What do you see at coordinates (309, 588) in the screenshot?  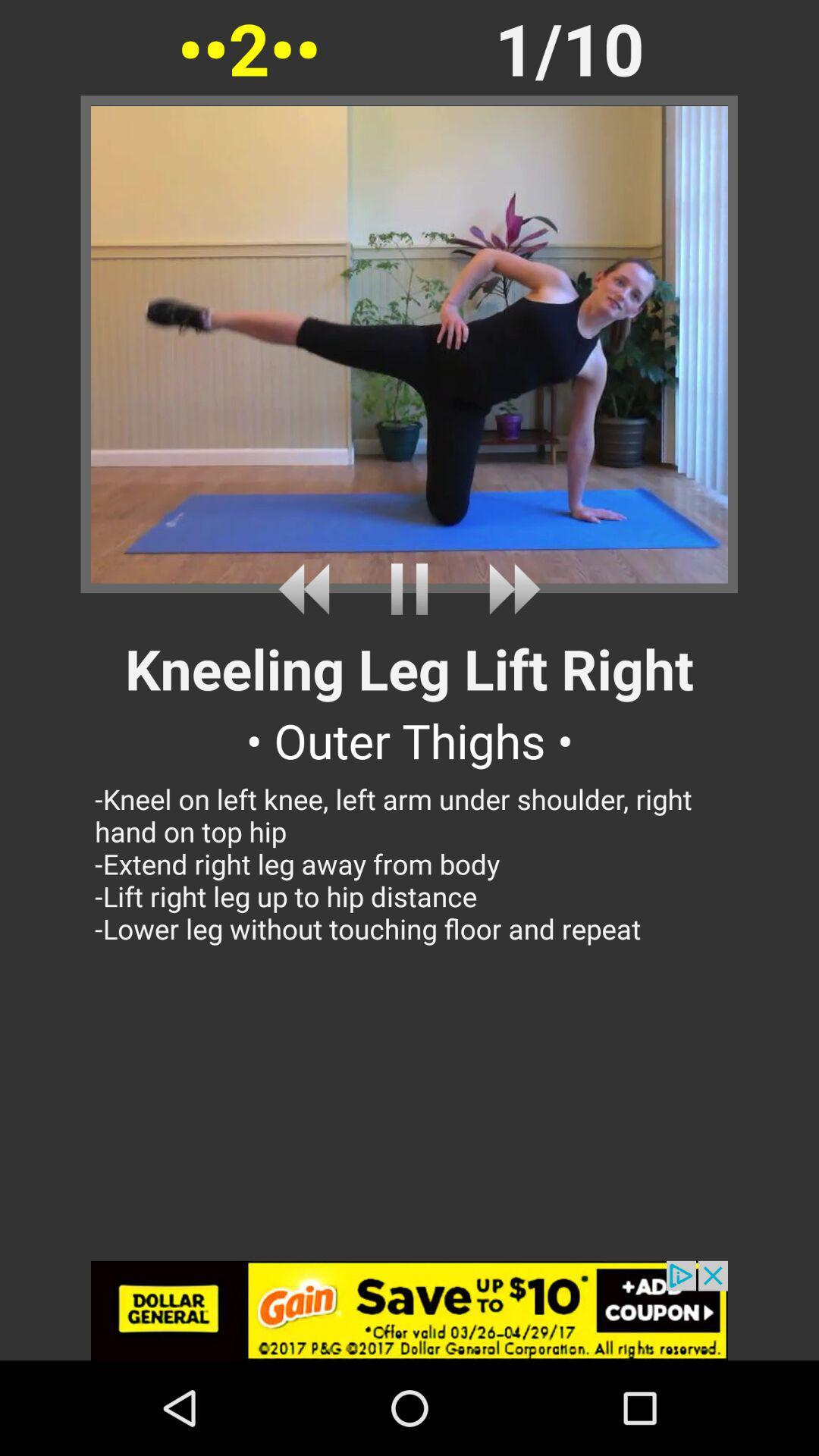 I see `previous` at bounding box center [309, 588].